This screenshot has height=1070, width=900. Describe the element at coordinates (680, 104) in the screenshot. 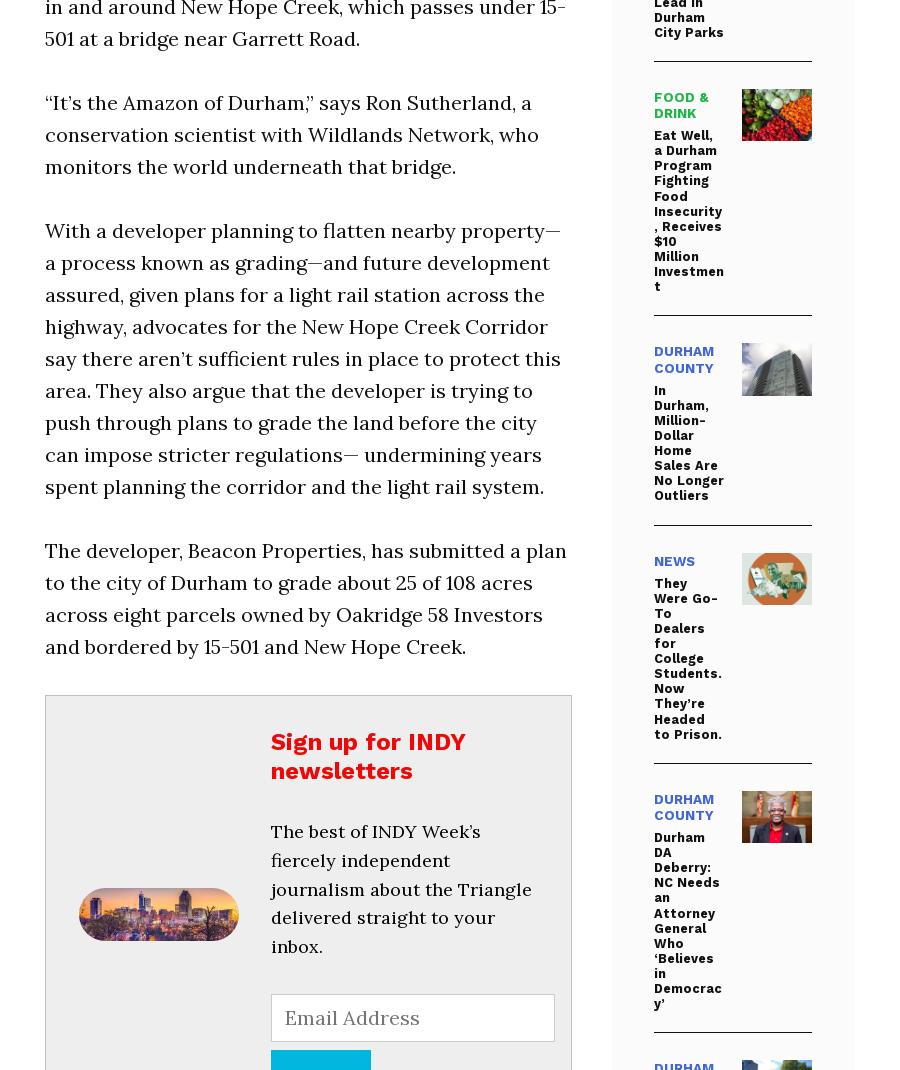

I see `'Food & Drink'` at that location.